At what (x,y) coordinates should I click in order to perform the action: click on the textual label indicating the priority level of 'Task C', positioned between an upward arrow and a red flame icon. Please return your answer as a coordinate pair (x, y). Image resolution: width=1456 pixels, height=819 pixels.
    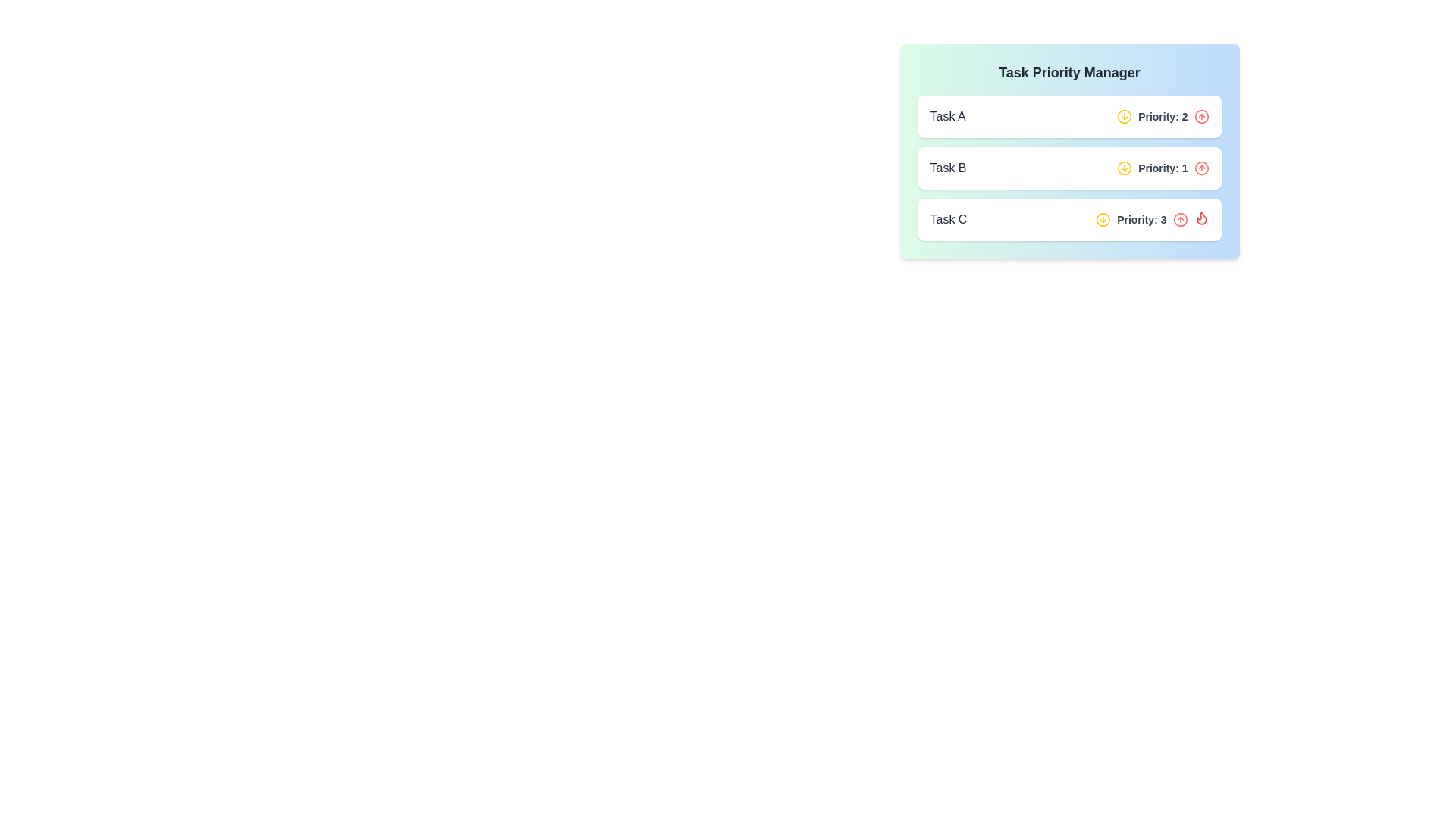
    Looking at the image, I should click on (1141, 219).